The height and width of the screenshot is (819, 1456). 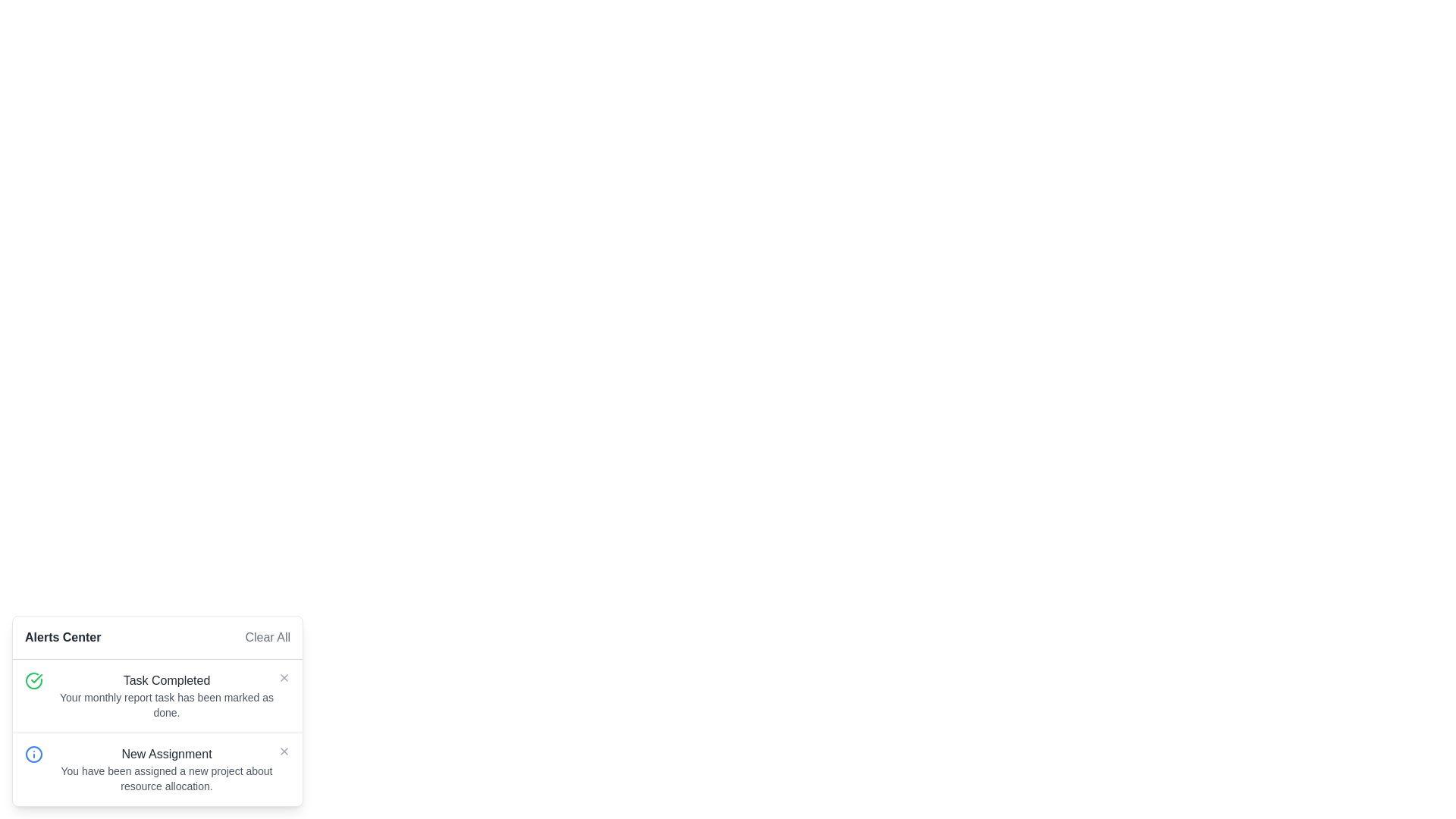 I want to click on the small interactive close button icon, which is located on the far right side of the 'Task Completed' notification in the Alerts Center, so click(x=284, y=677).